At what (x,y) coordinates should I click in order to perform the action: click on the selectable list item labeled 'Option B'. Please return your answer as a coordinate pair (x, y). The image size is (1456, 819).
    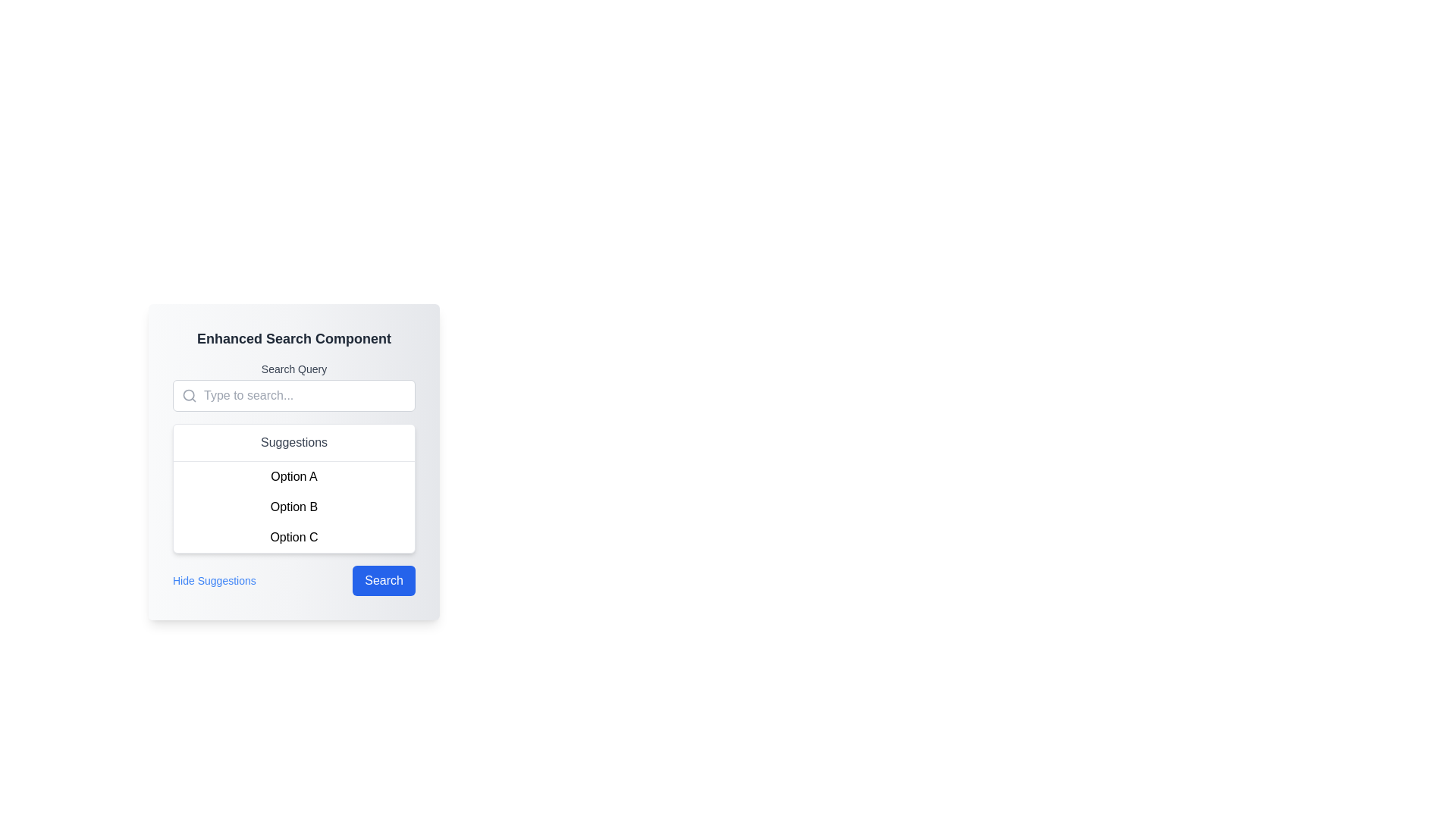
    Looking at the image, I should click on (294, 507).